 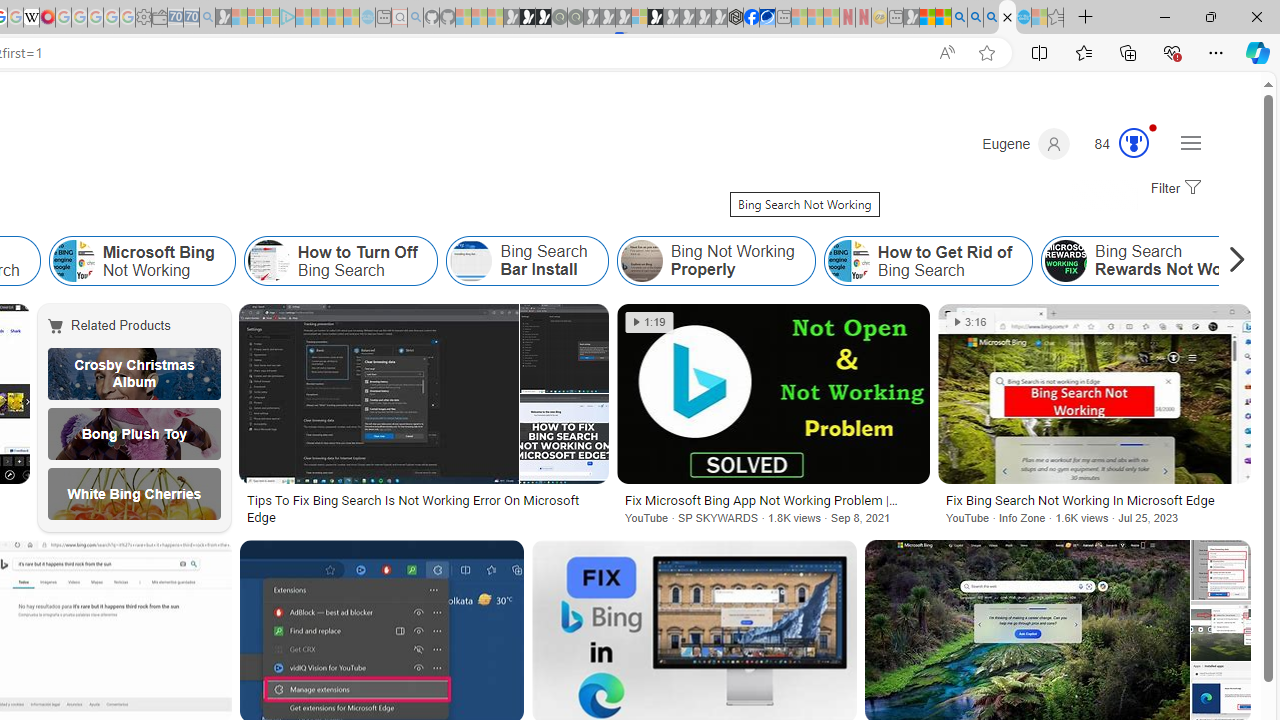 I want to click on 'Image result for Bing Search Not Working', so click(x=1093, y=393).